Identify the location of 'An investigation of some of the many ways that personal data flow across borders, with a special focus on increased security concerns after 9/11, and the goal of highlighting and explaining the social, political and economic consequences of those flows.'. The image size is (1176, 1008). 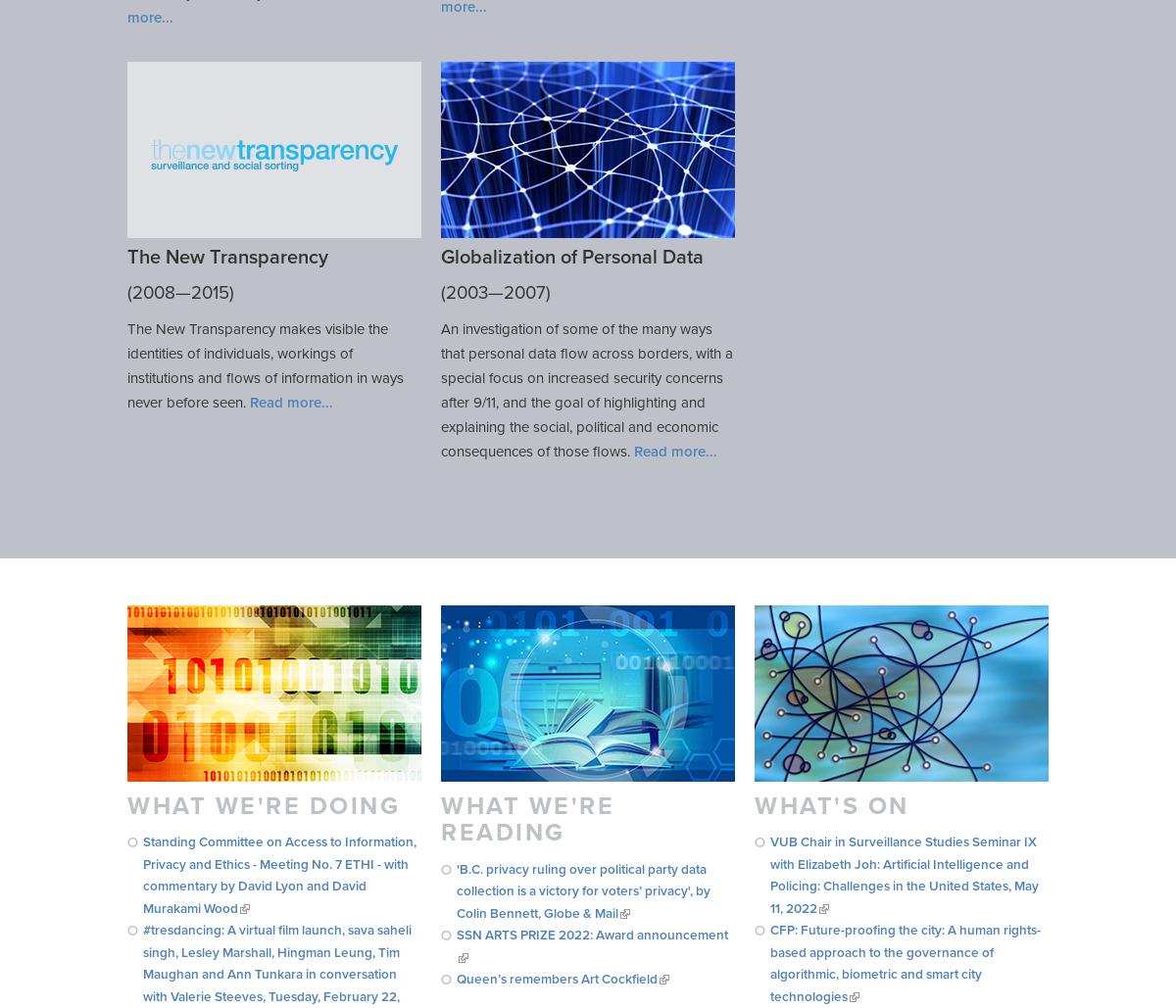
(441, 388).